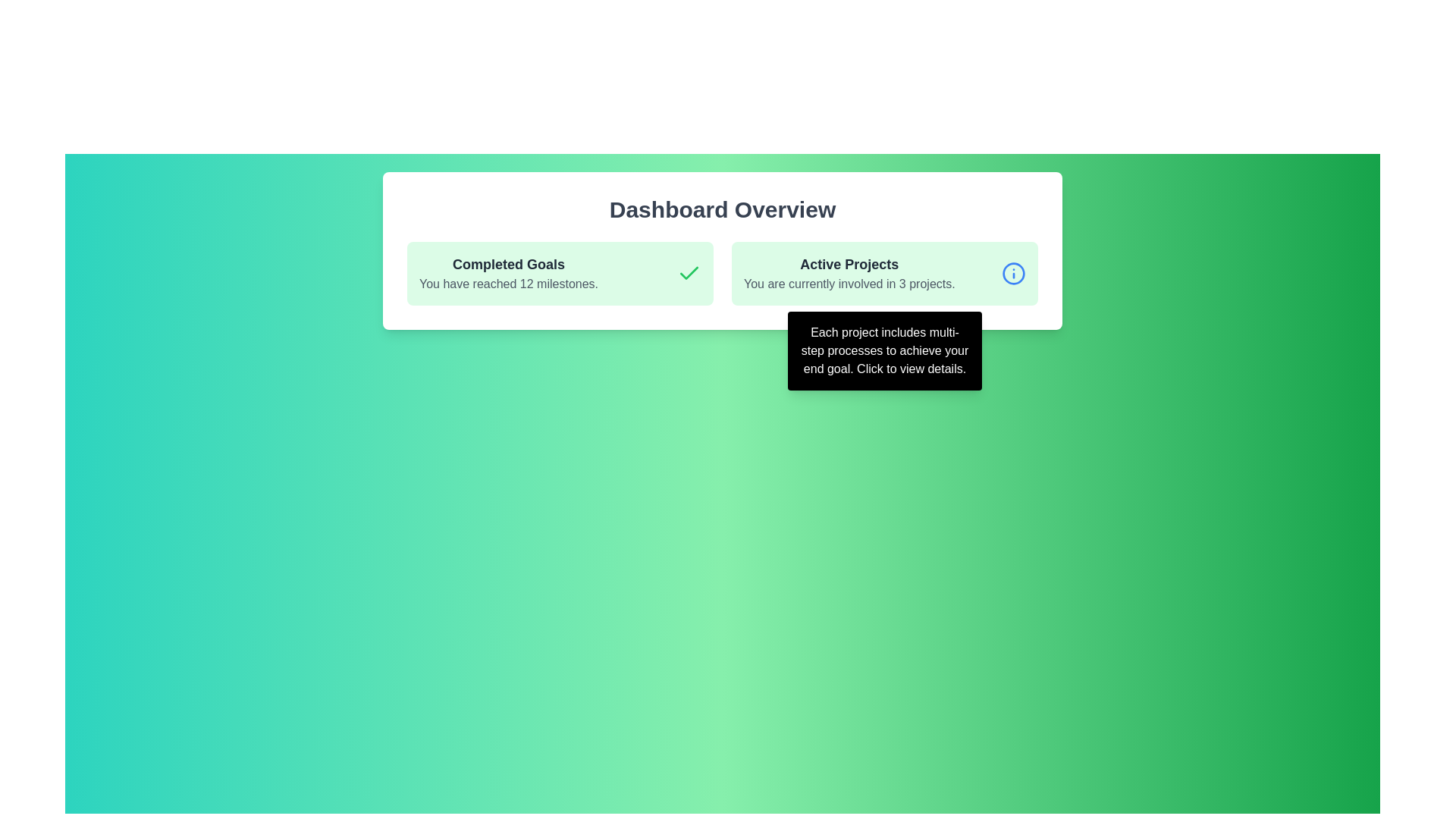 The width and height of the screenshot is (1456, 819). What do you see at coordinates (688, 271) in the screenshot?
I see `the green checkmark icon representing a completed state in the 'Completed Goals' section of the dashboard` at bounding box center [688, 271].